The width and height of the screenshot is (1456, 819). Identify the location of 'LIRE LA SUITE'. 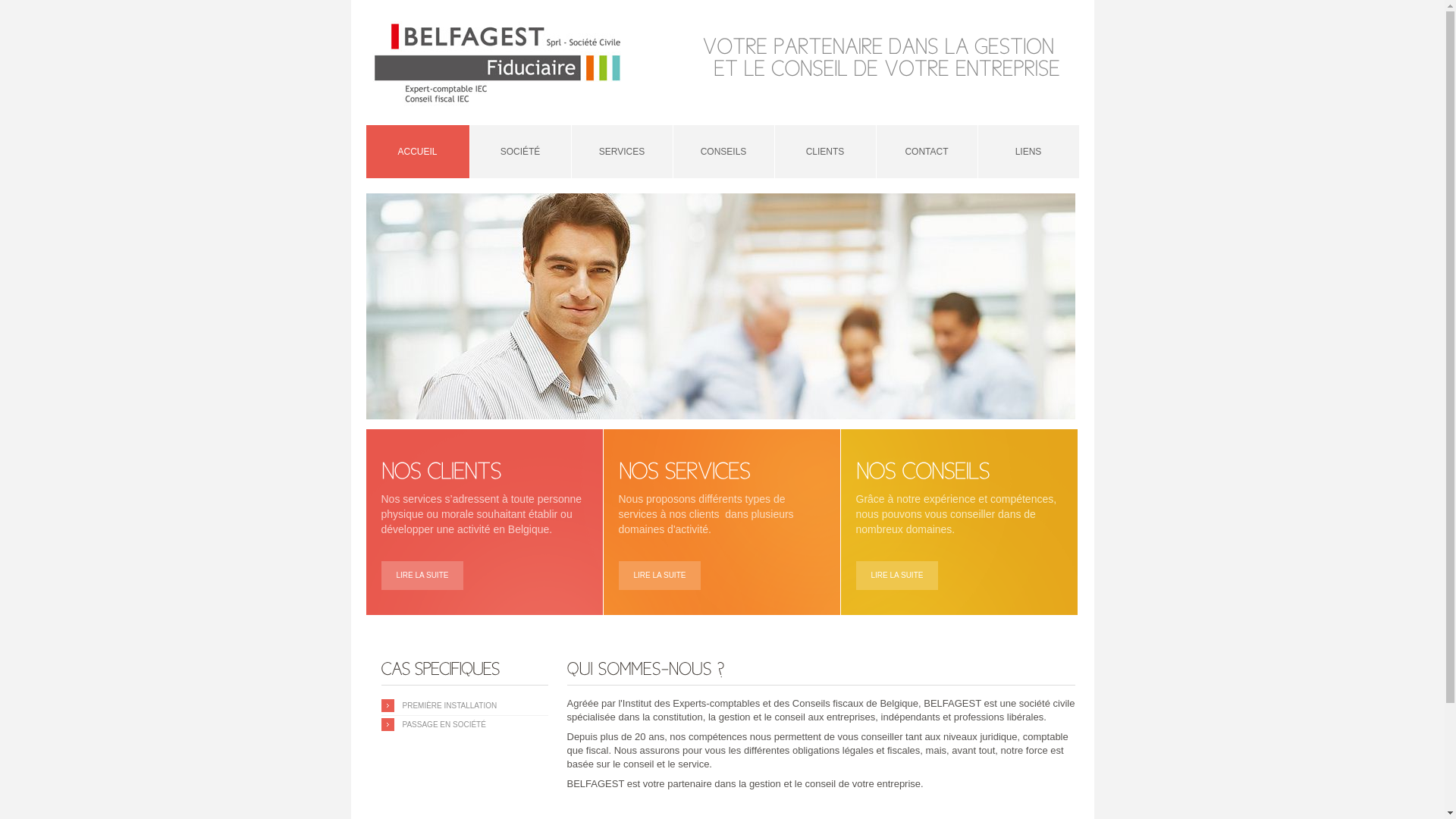
(381, 576).